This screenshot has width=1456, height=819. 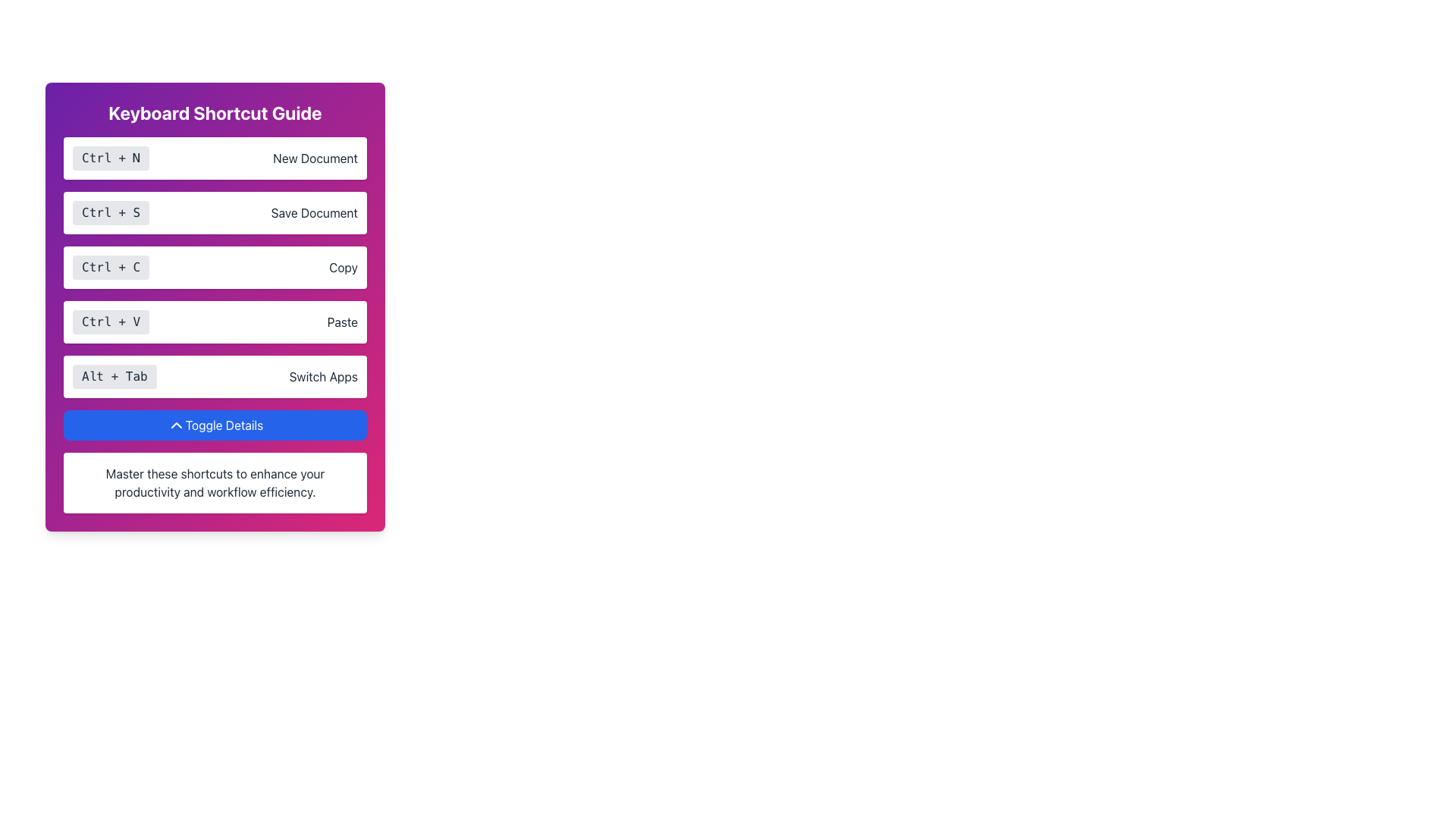 What do you see at coordinates (313, 213) in the screenshot?
I see `the text label displaying 'Save Document' which is styled with dark-gray text against a white background, located adjacent to the 'Ctrl + S' shortcut label` at bounding box center [313, 213].